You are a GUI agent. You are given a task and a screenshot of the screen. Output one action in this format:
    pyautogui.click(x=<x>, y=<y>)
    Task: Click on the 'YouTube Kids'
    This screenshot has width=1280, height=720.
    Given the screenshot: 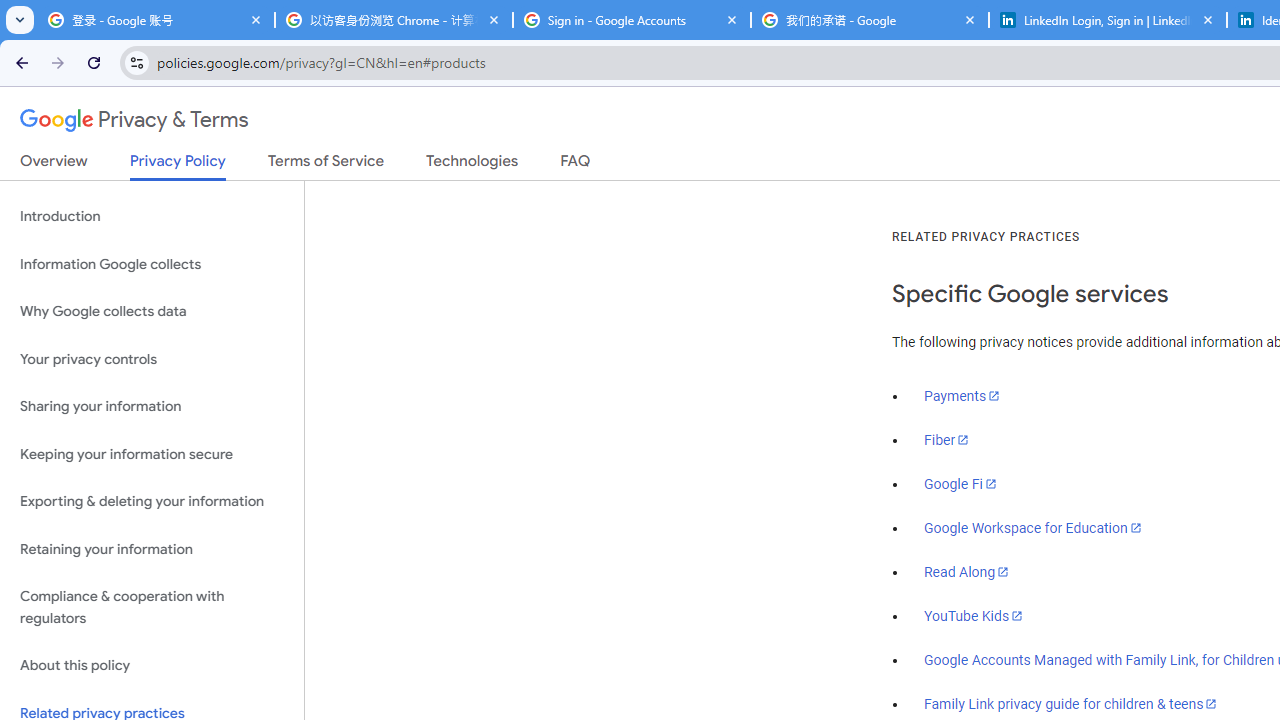 What is the action you would take?
    pyautogui.click(x=974, y=614)
    